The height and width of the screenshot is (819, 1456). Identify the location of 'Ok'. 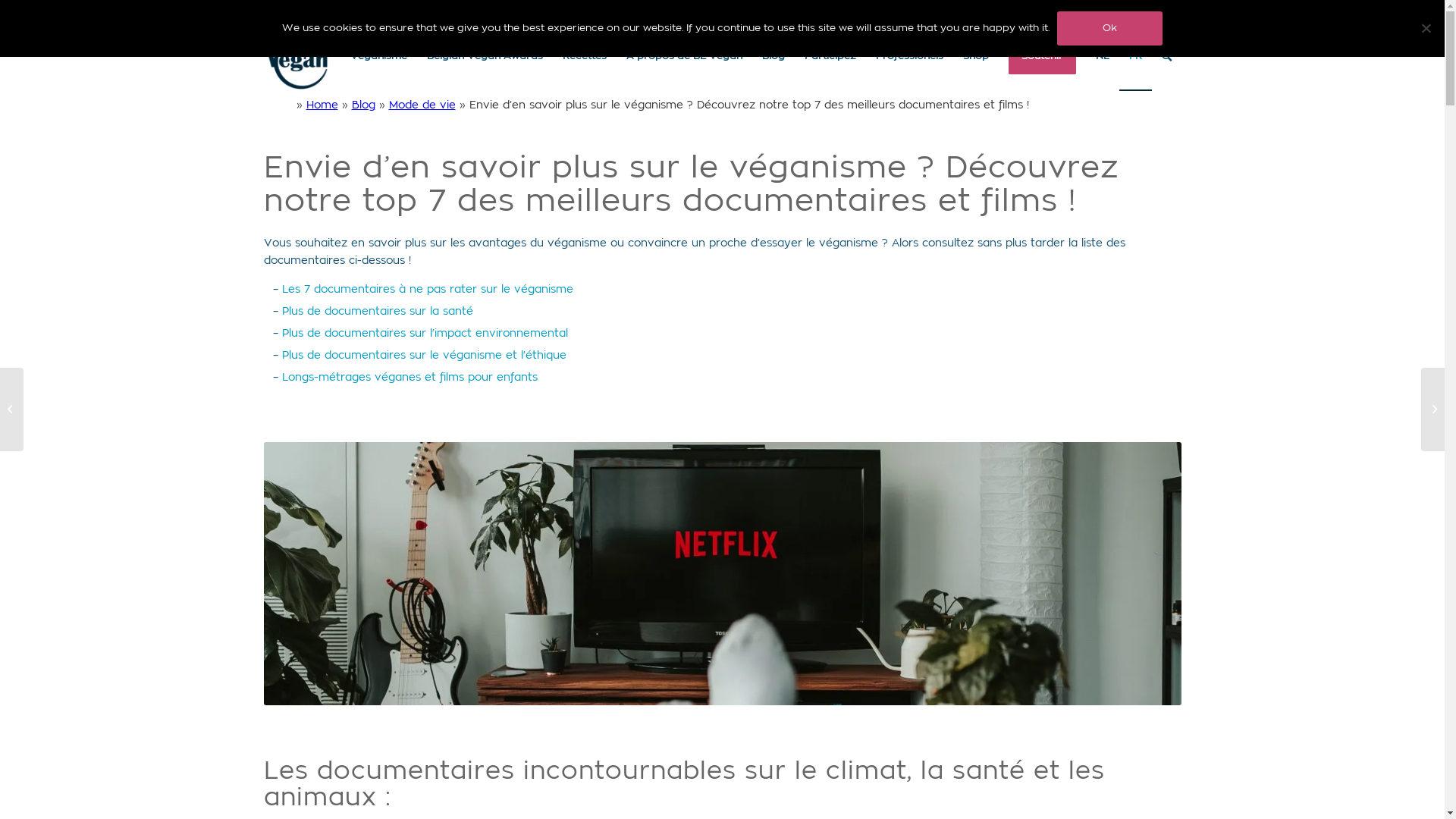
(1109, 28).